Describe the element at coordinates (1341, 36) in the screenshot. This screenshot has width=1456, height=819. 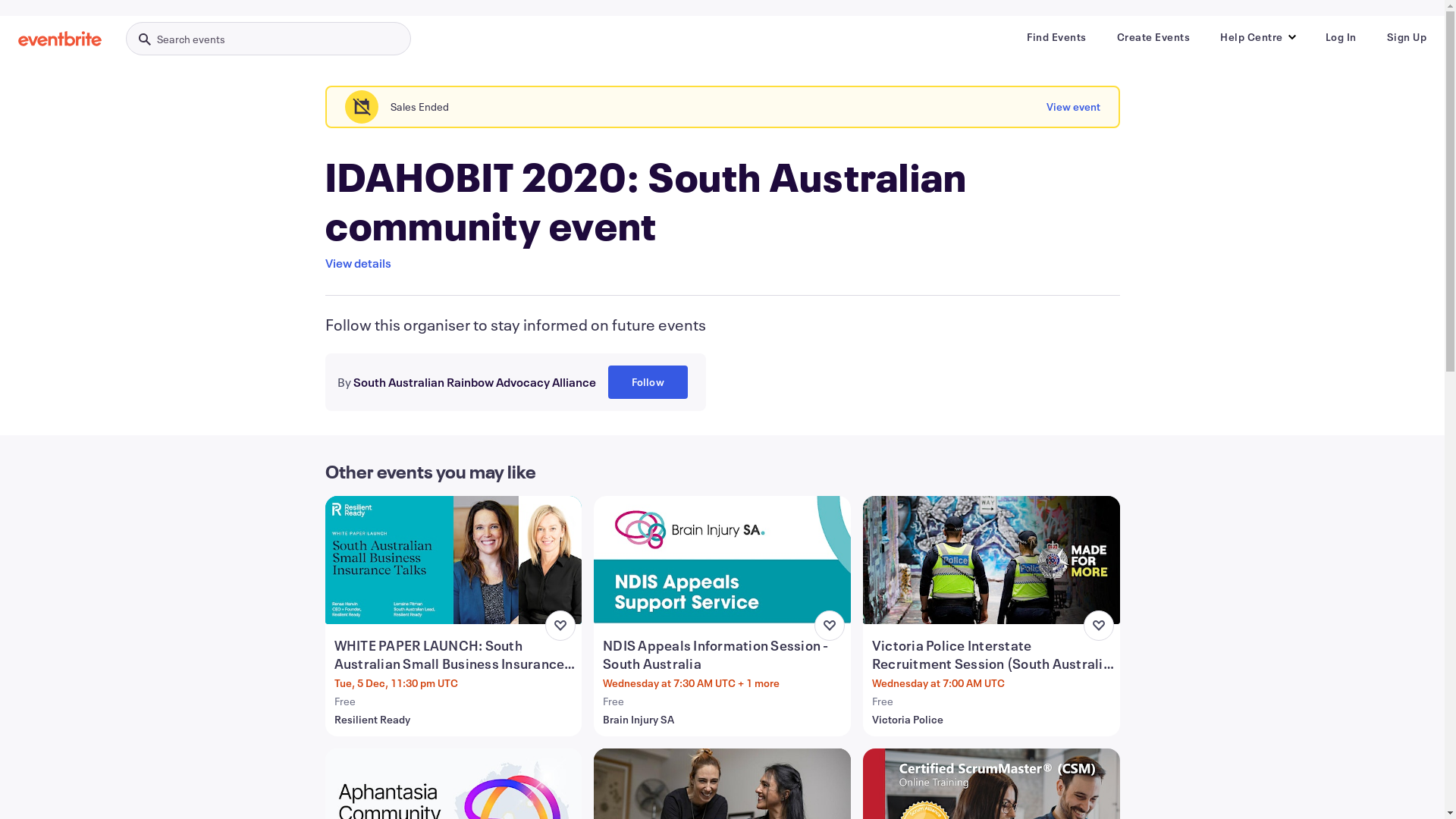
I see `'Log In'` at that location.